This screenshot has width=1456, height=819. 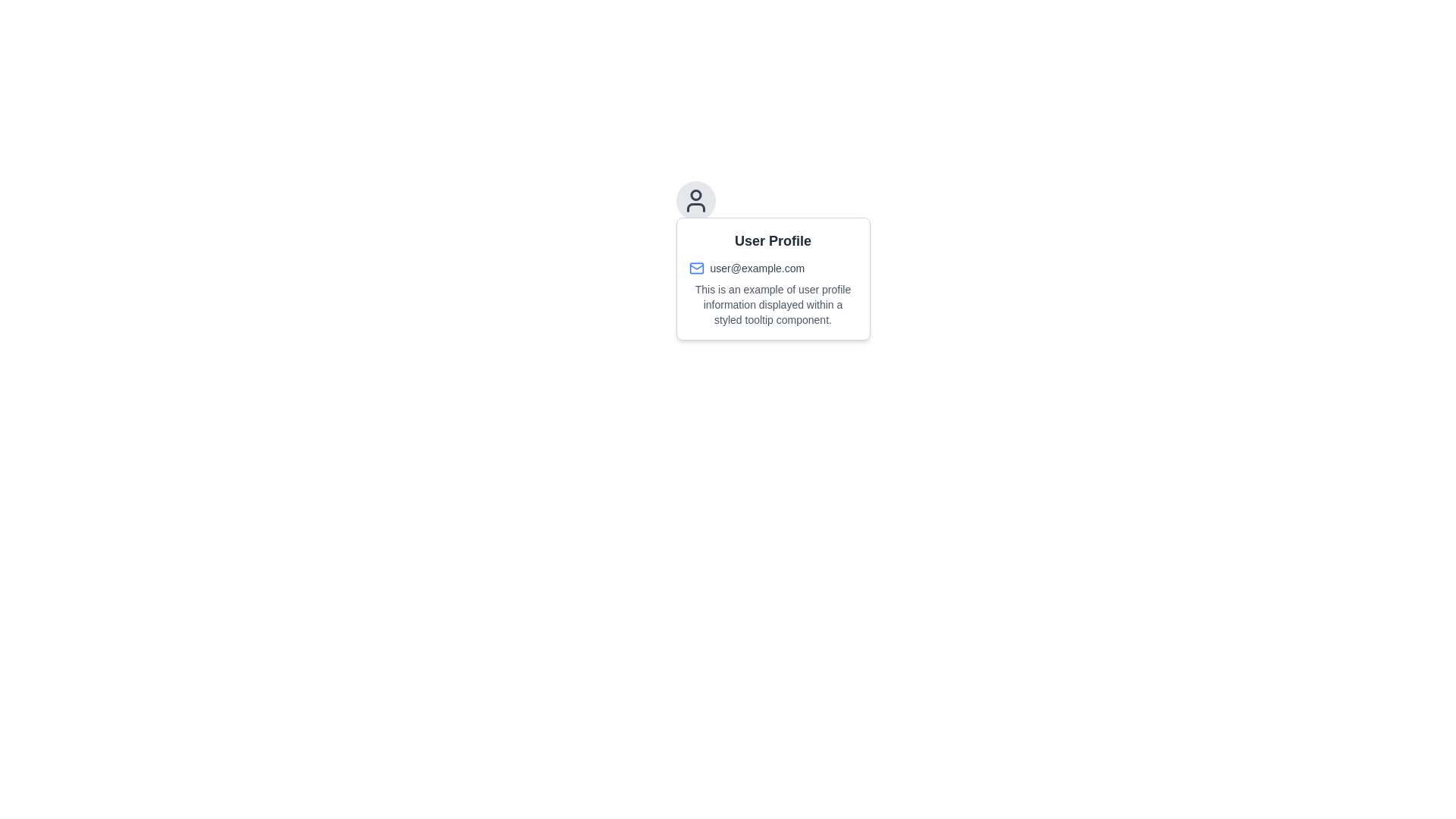 What do you see at coordinates (757, 268) in the screenshot?
I see `the email address text label displayed in the user profile tooltip box, located to the right of the envelope icon` at bounding box center [757, 268].